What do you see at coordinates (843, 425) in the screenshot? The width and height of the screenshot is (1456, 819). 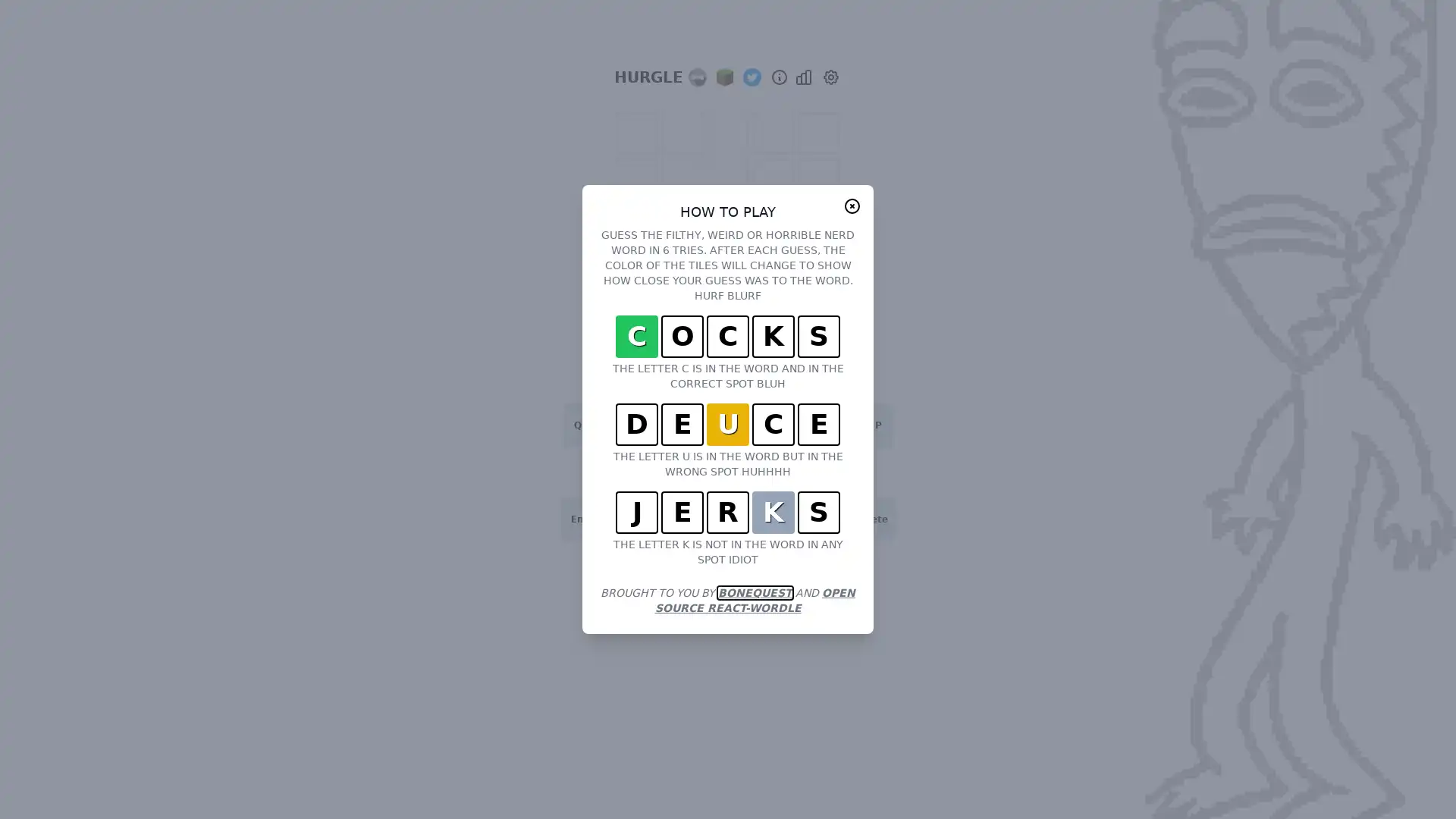 I see `O` at bounding box center [843, 425].